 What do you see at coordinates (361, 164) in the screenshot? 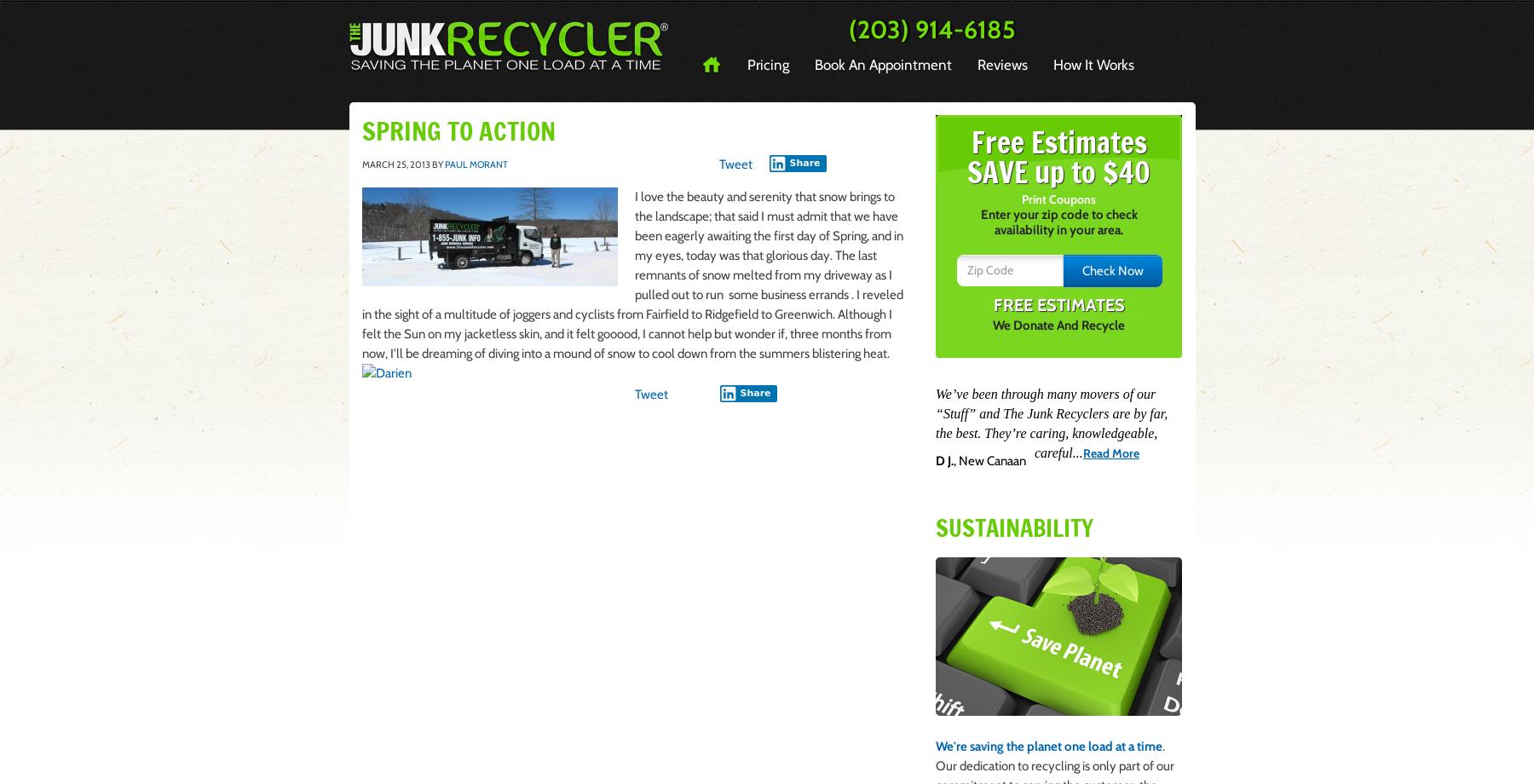
I see `'March 25, 2013'` at bounding box center [361, 164].